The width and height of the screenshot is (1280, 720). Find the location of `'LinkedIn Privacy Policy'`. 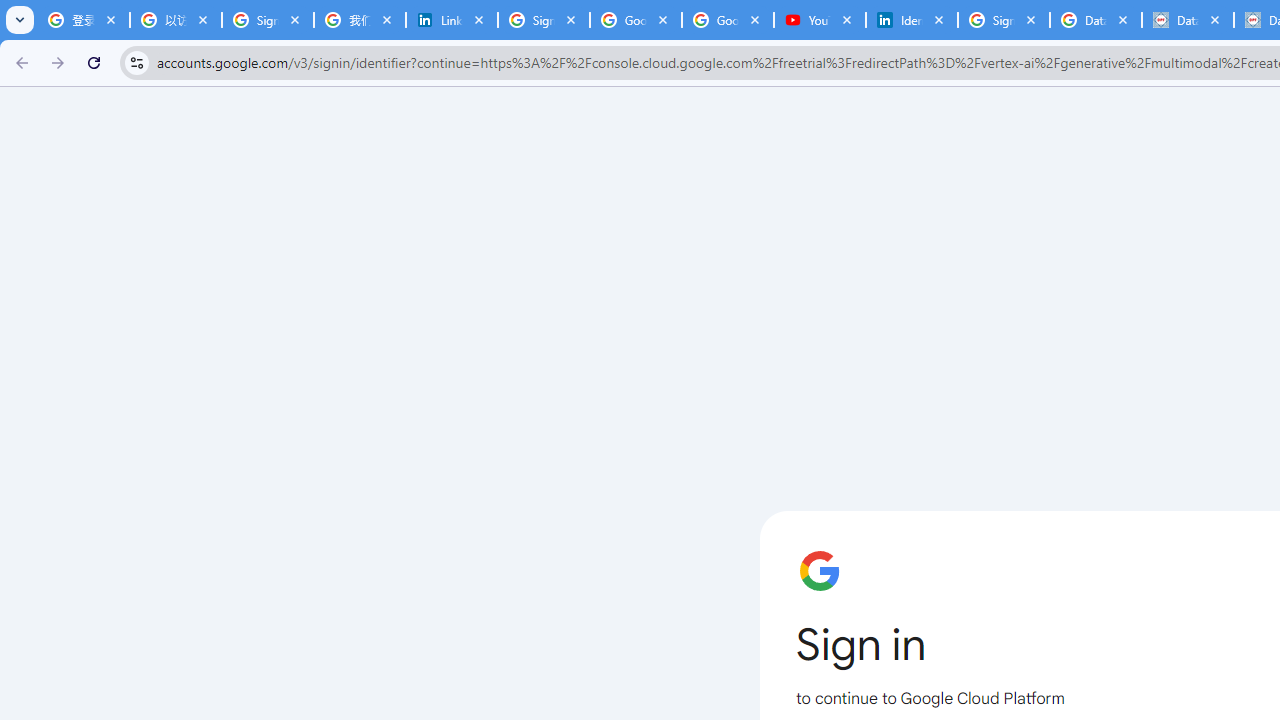

'LinkedIn Privacy Policy' is located at coordinates (450, 20).